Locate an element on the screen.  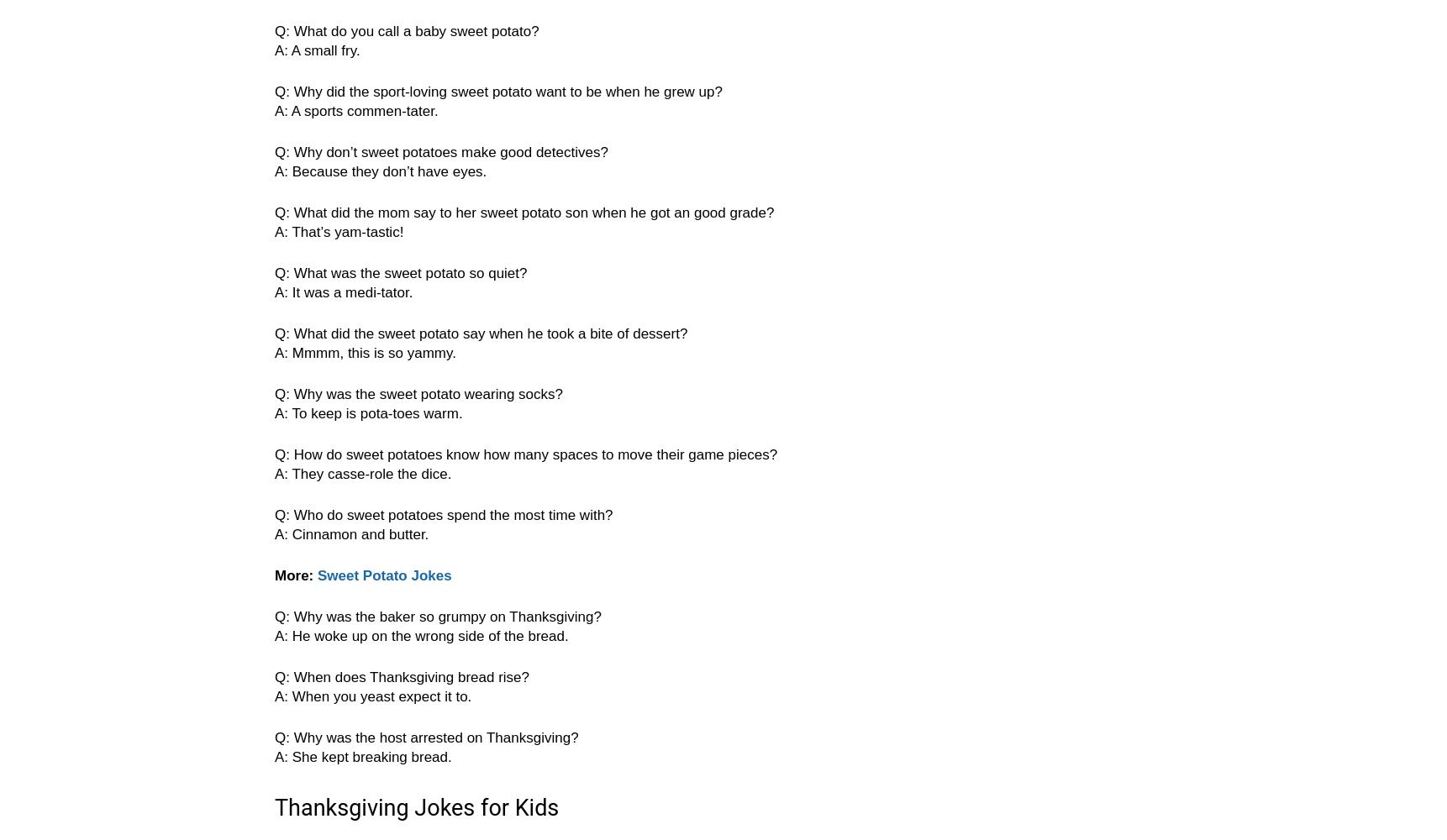
'A: Cinnamon and butter.' is located at coordinates (351, 534).